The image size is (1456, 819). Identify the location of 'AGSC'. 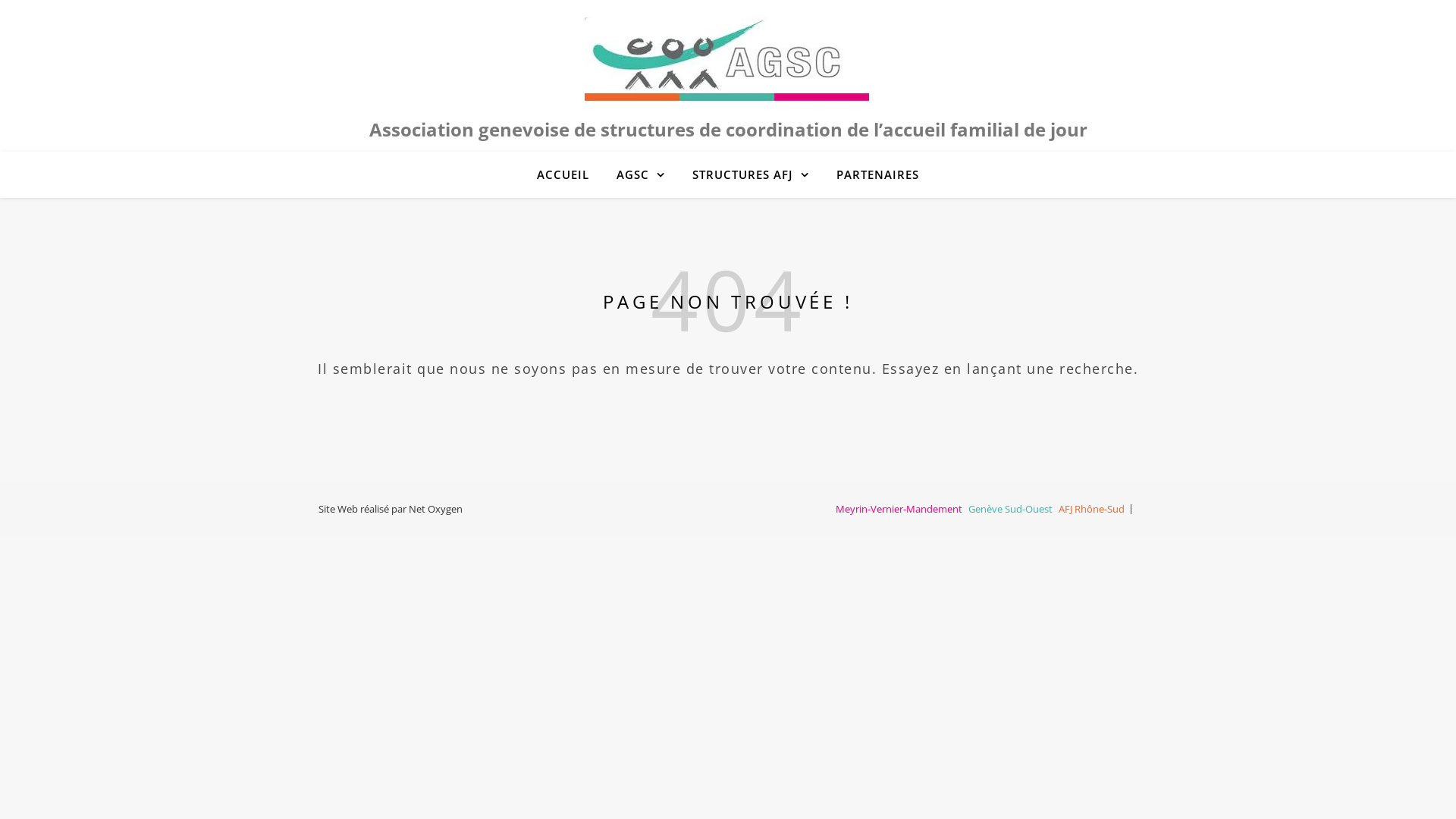
(603, 174).